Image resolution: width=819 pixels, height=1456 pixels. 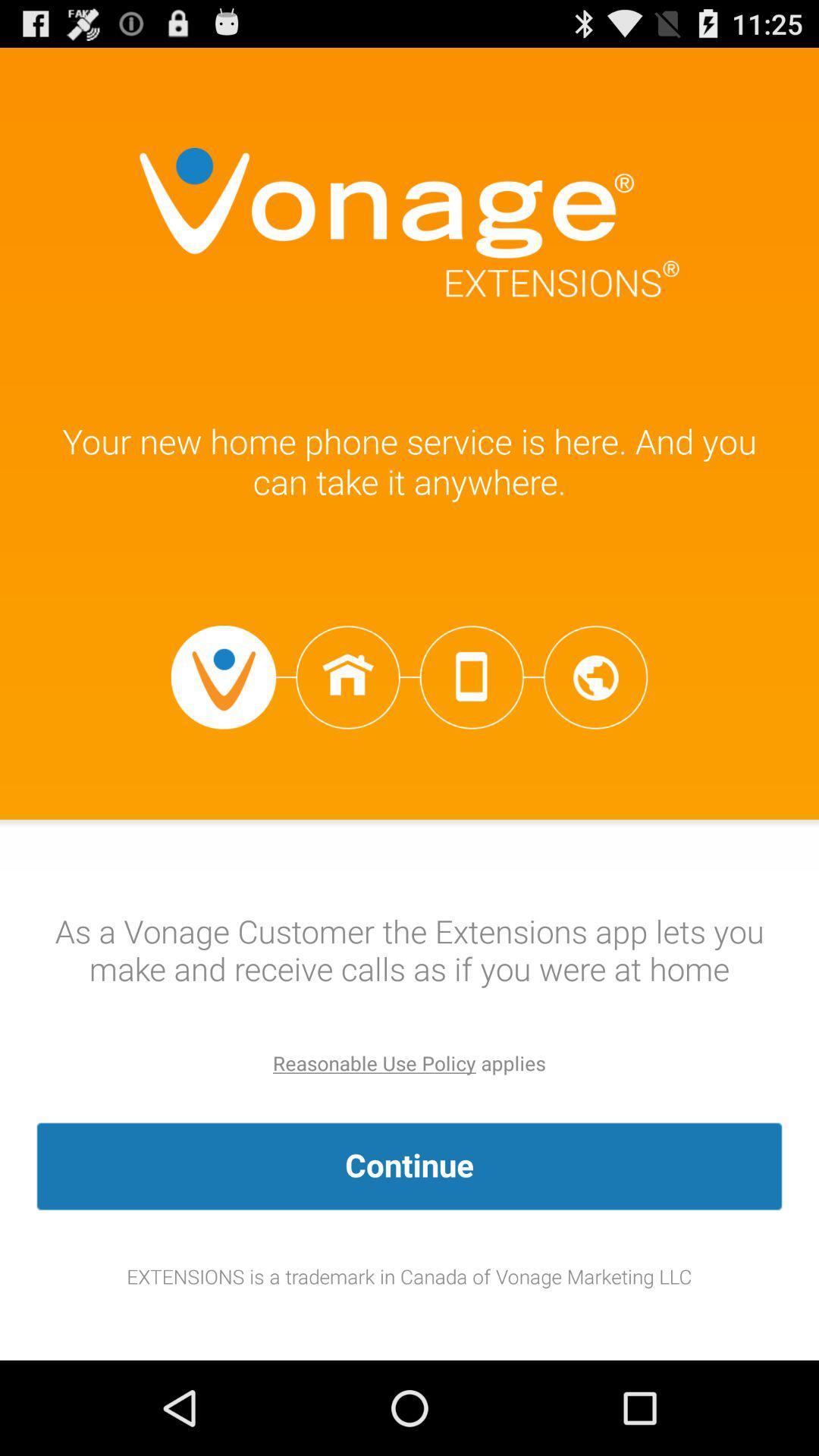 I want to click on reasonable use policy app, so click(x=374, y=1062).